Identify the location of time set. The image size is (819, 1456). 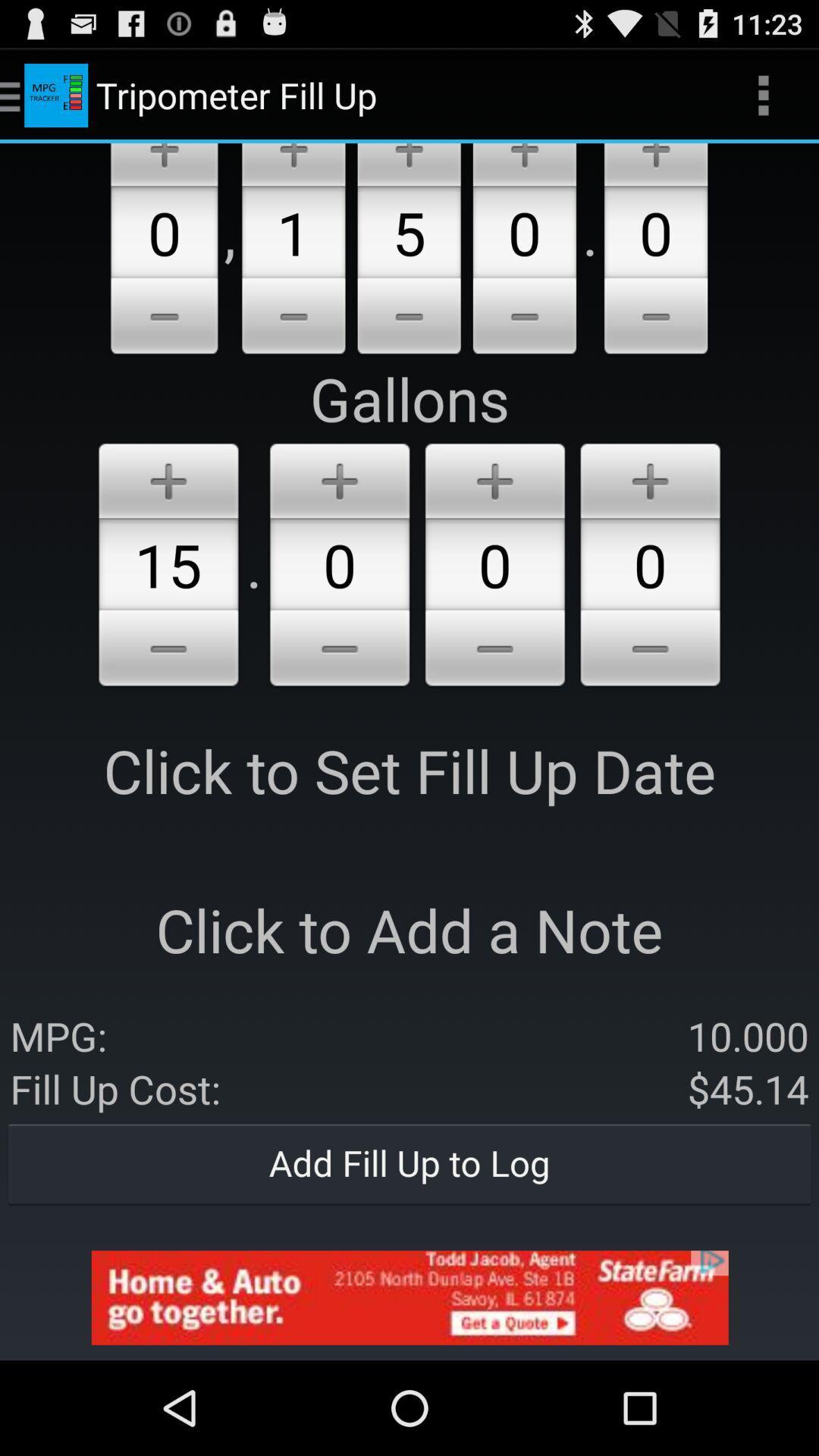
(655, 165).